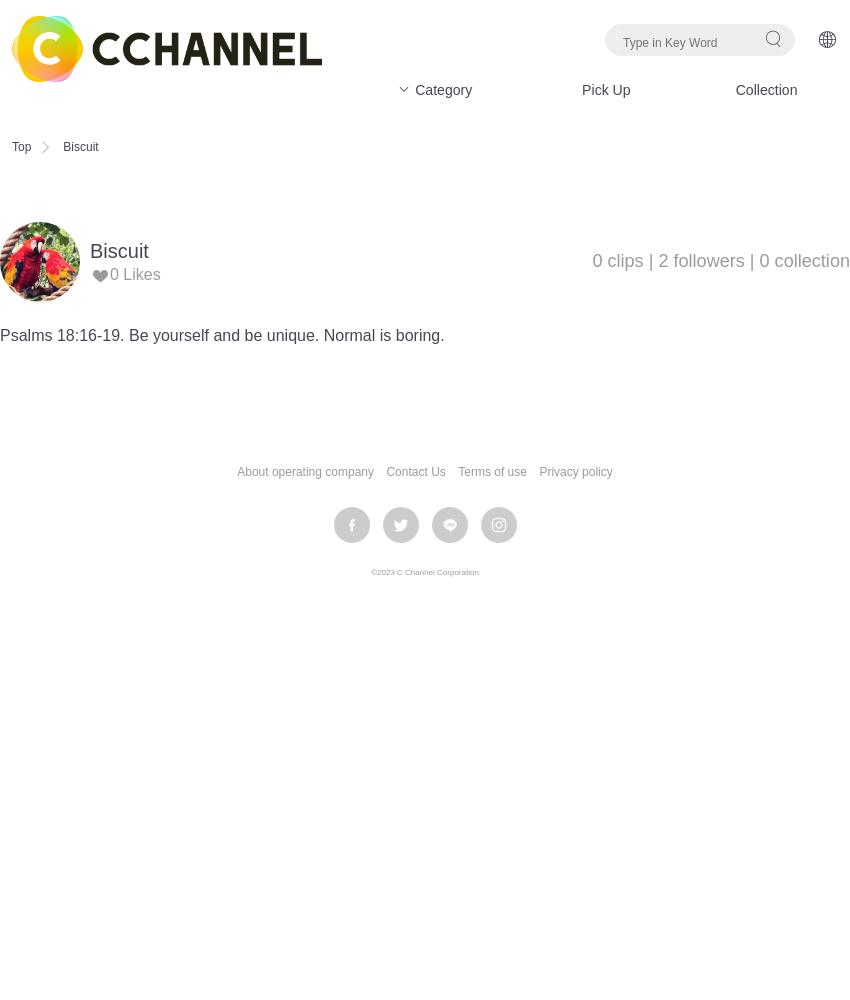  Describe the element at coordinates (304, 471) in the screenshot. I see `'About operating company'` at that location.